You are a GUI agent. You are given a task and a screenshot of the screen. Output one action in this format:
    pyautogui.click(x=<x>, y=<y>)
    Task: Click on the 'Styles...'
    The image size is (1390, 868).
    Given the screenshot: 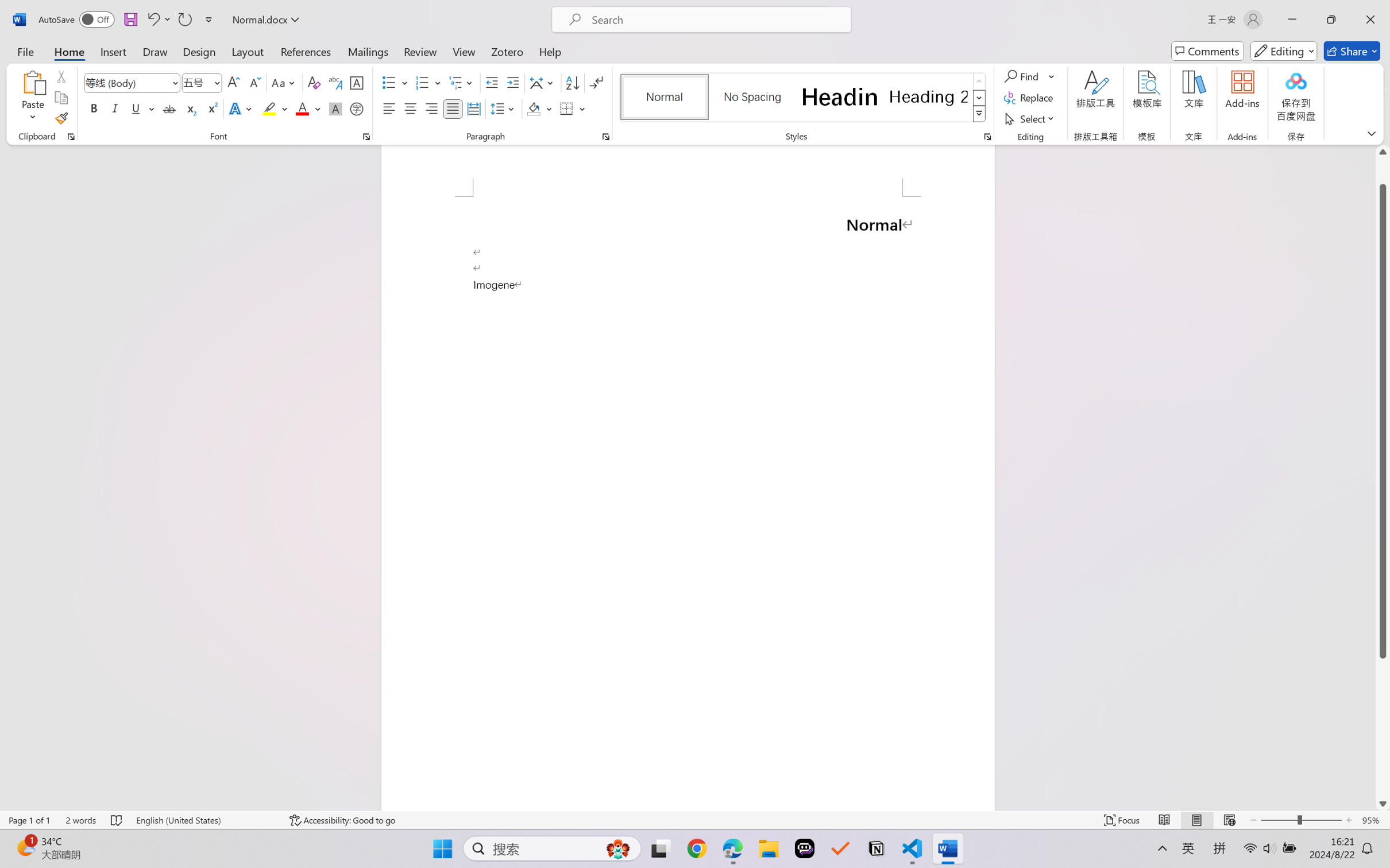 What is the action you would take?
    pyautogui.click(x=987, y=136)
    